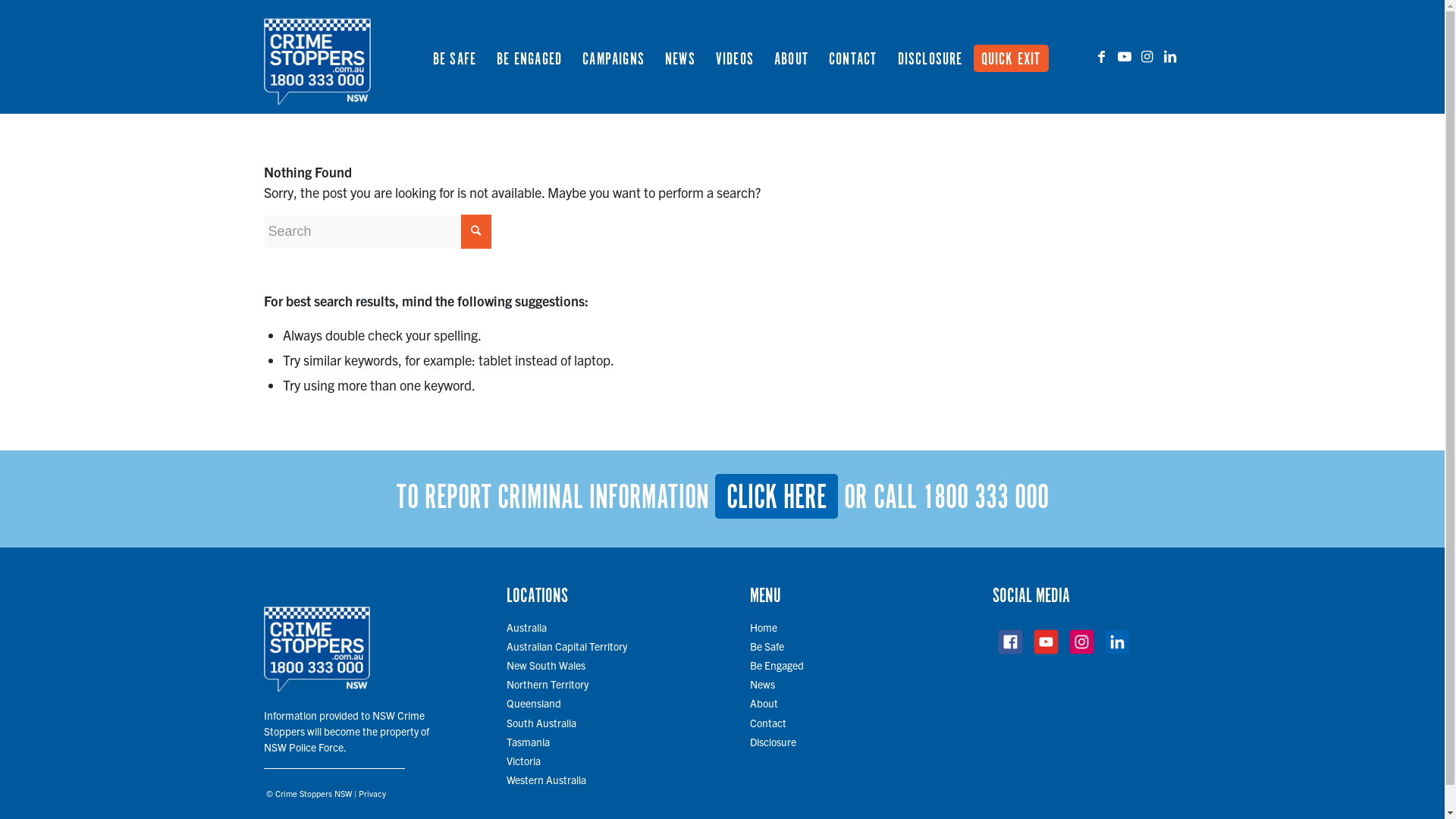 The width and height of the screenshot is (1456, 819). I want to click on 'ABOUT', so click(789, 55).